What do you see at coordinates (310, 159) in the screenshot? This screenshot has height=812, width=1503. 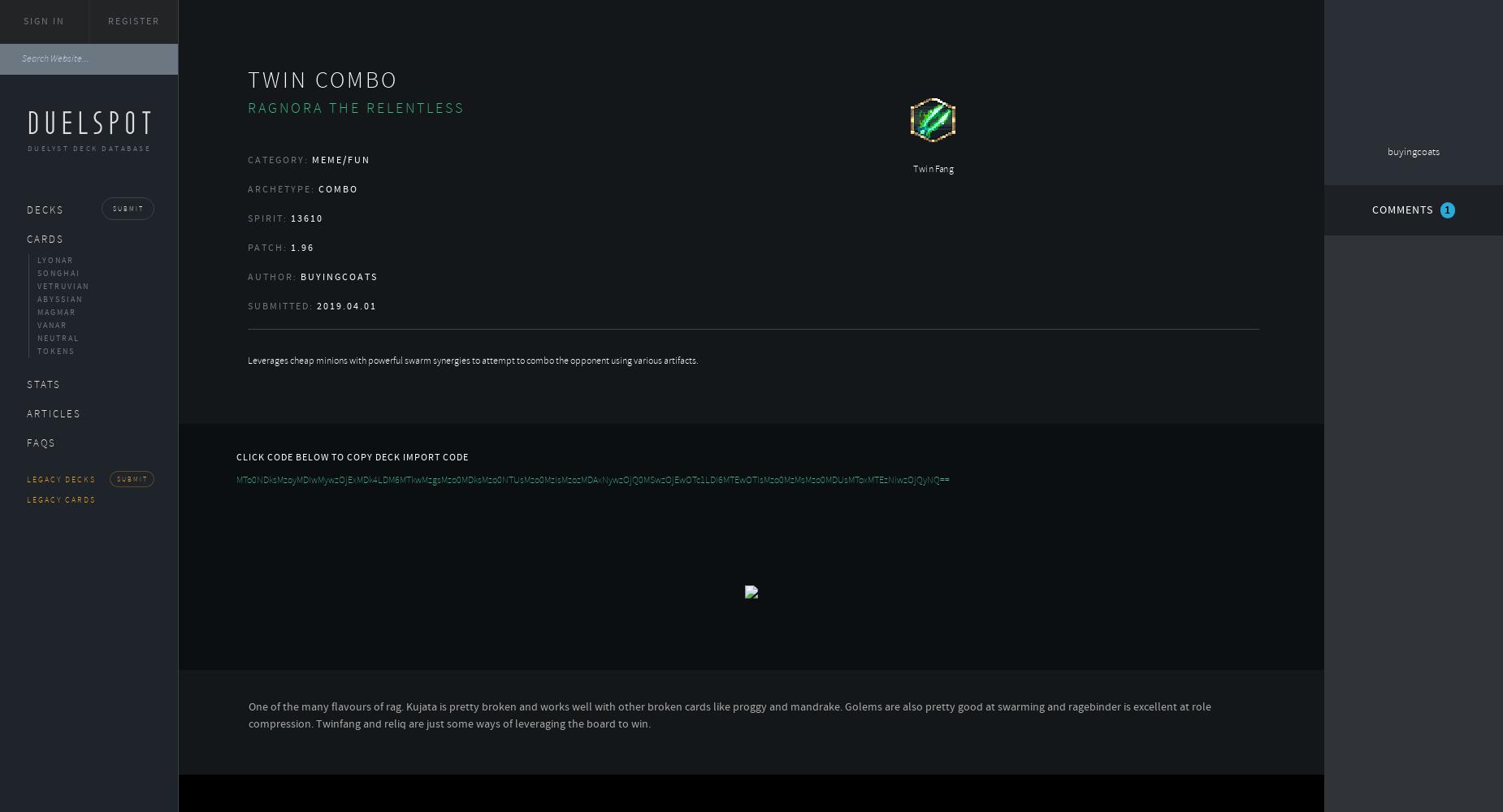 I see `'Meme/Fun'` at bounding box center [310, 159].